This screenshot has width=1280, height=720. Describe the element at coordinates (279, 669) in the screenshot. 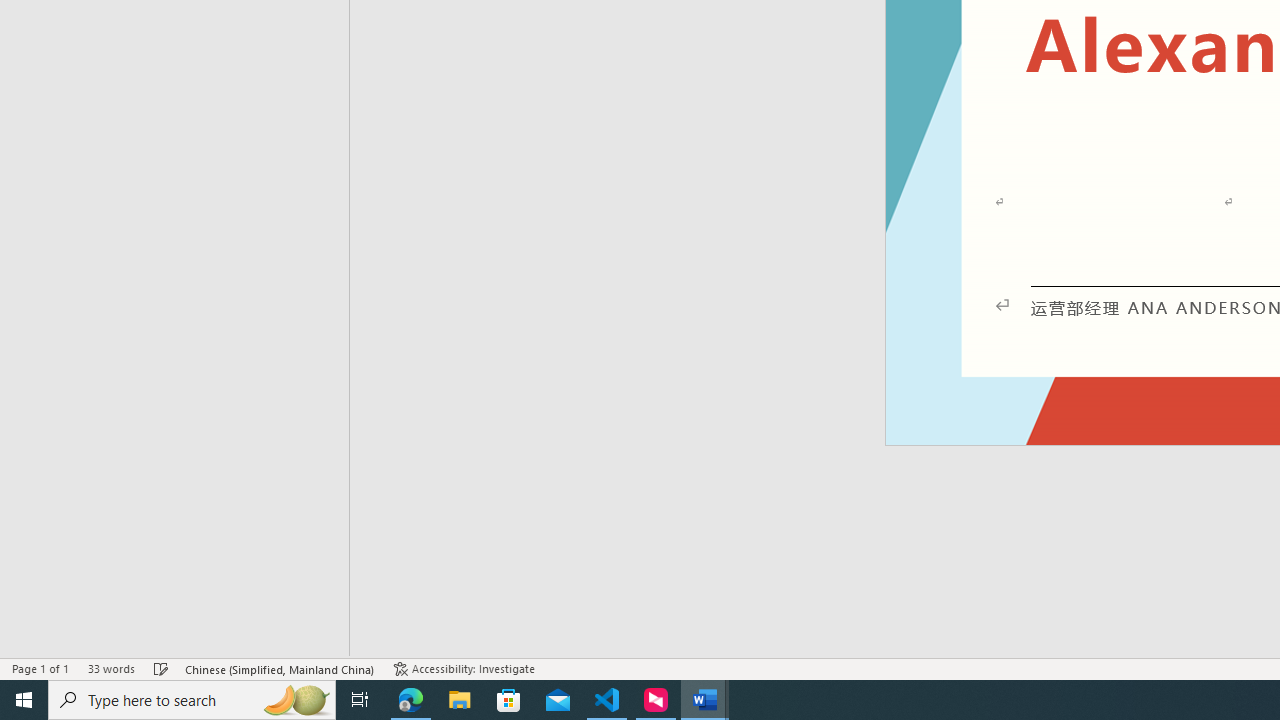

I see `'Language Chinese (Simplified, Mainland China)'` at that location.